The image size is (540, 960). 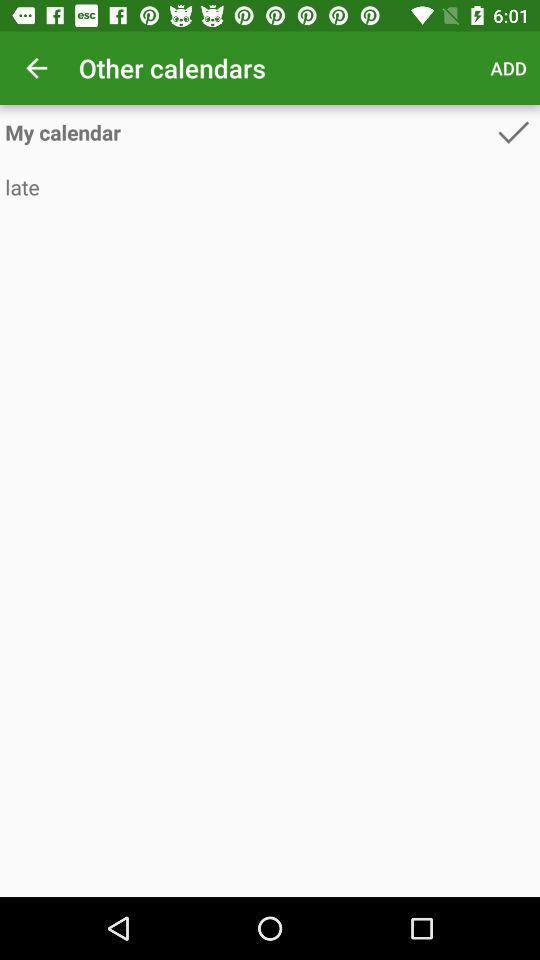 What do you see at coordinates (508, 68) in the screenshot?
I see `the icon above the my calendar icon` at bounding box center [508, 68].